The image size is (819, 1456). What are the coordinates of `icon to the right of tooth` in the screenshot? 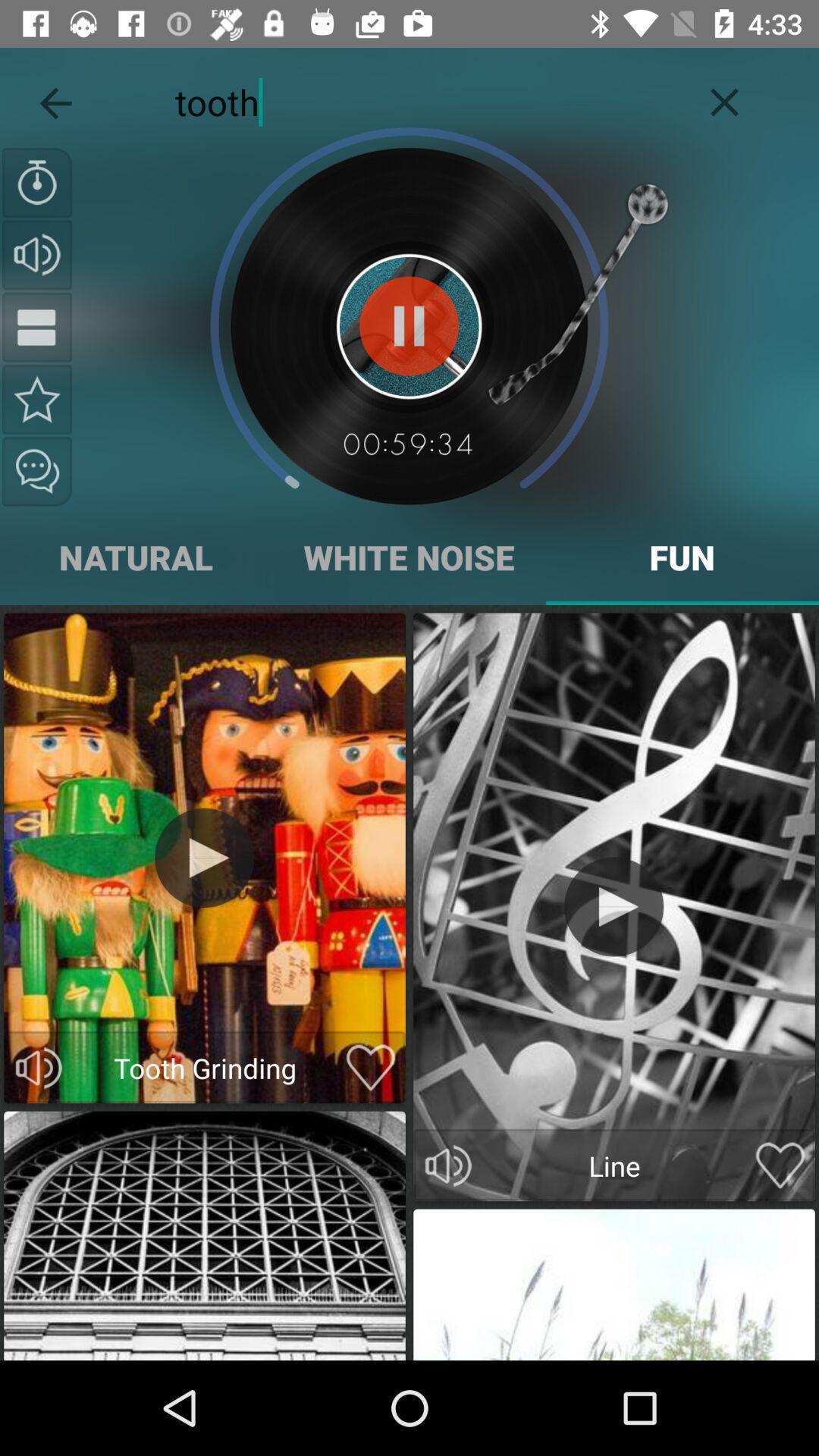 It's located at (723, 99).